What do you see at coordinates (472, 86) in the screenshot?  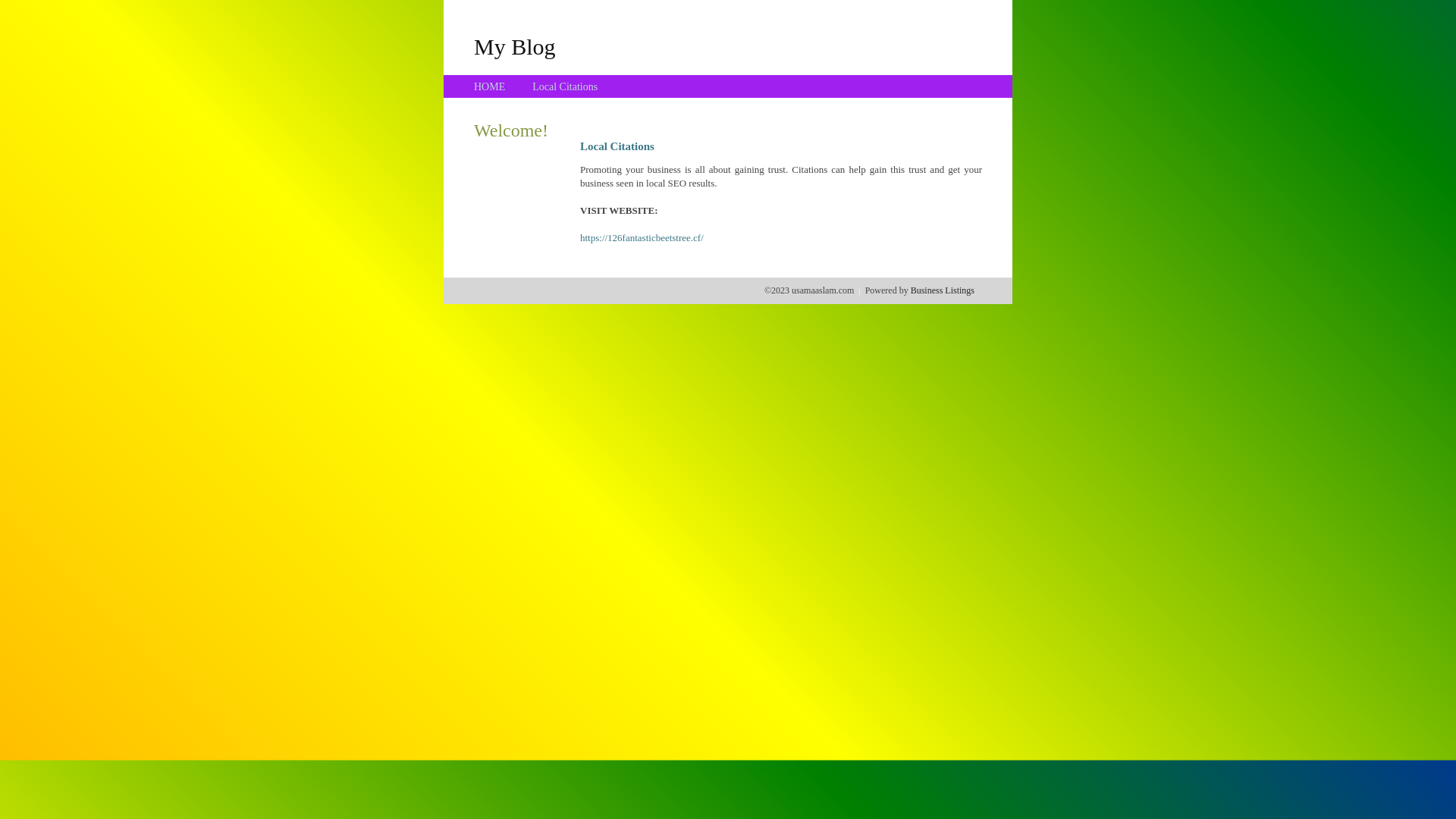 I see `'HOME'` at bounding box center [472, 86].